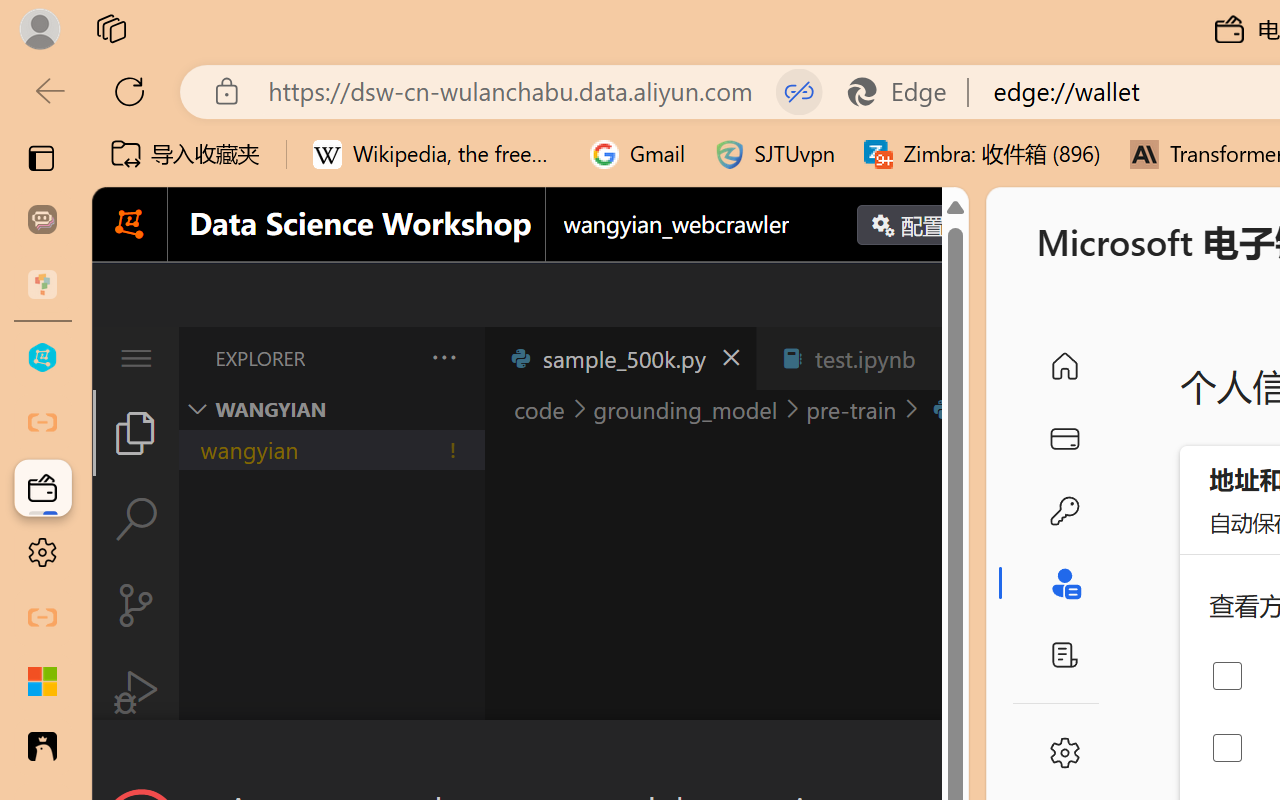  Describe the element at coordinates (773, 154) in the screenshot. I see `'SJTUvpn'` at that location.